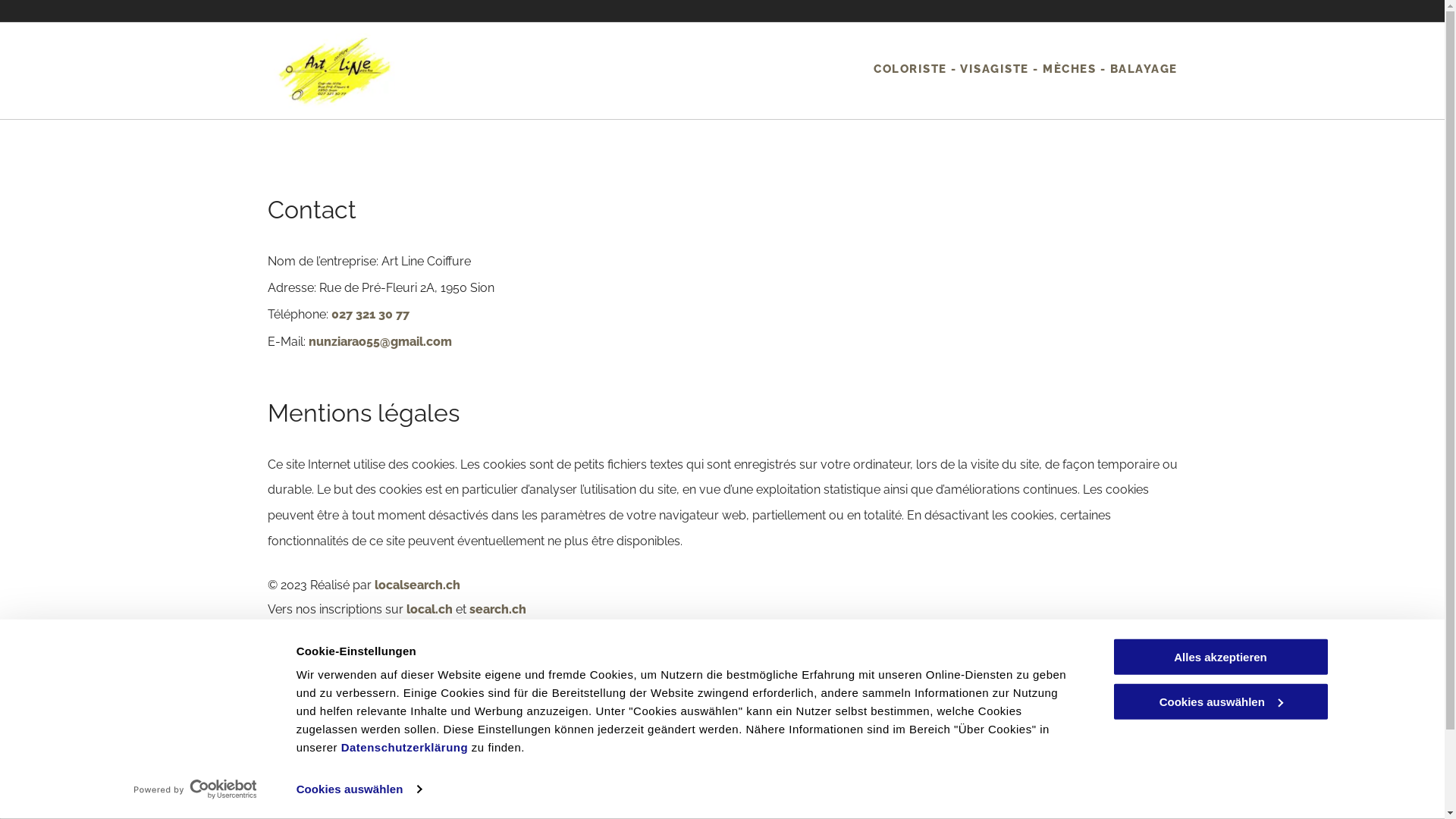  Describe the element at coordinates (428, 608) in the screenshot. I see `'local.ch'` at that location.